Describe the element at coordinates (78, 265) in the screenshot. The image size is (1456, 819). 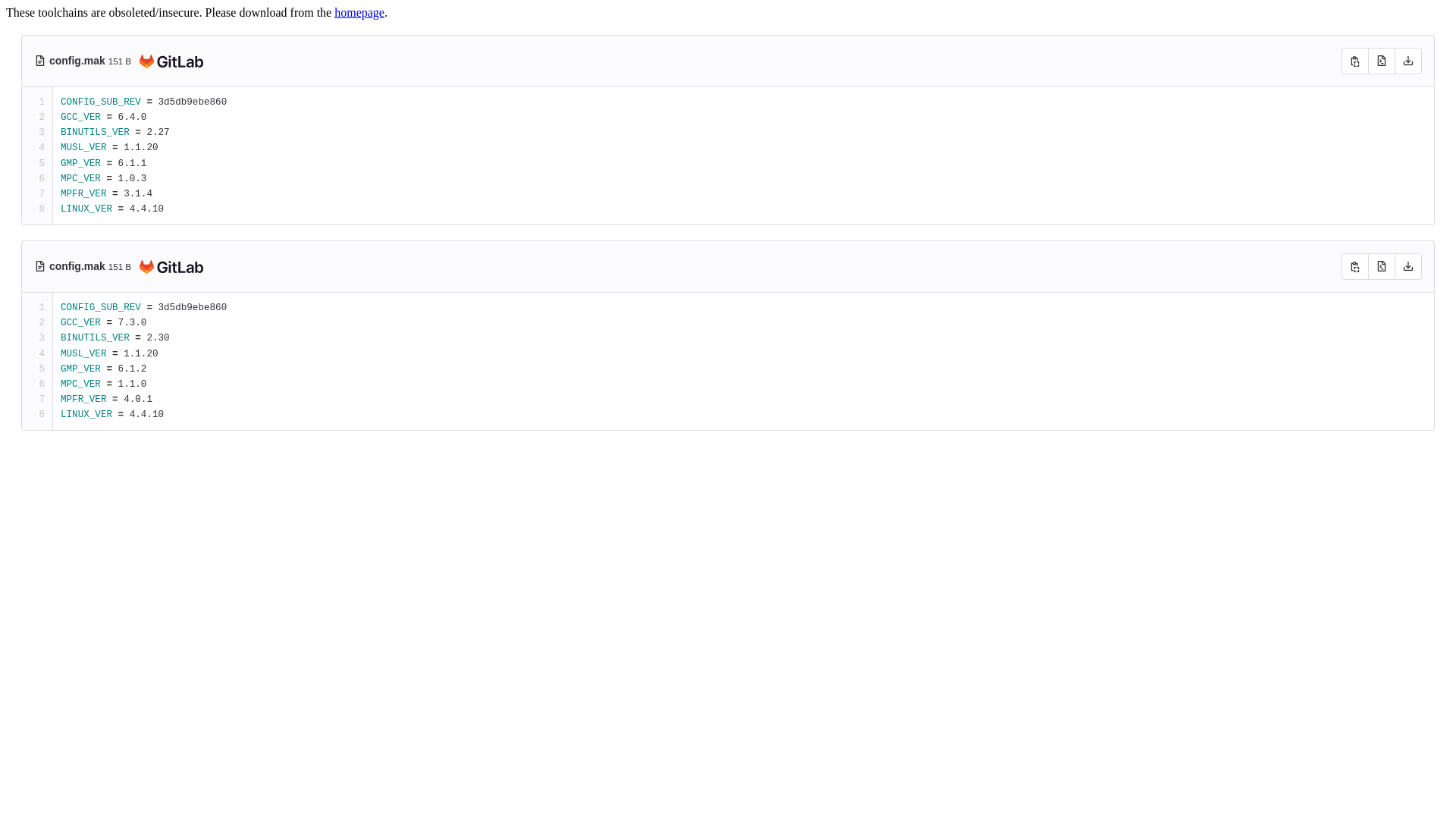
I see `'config.mak'` at that location.